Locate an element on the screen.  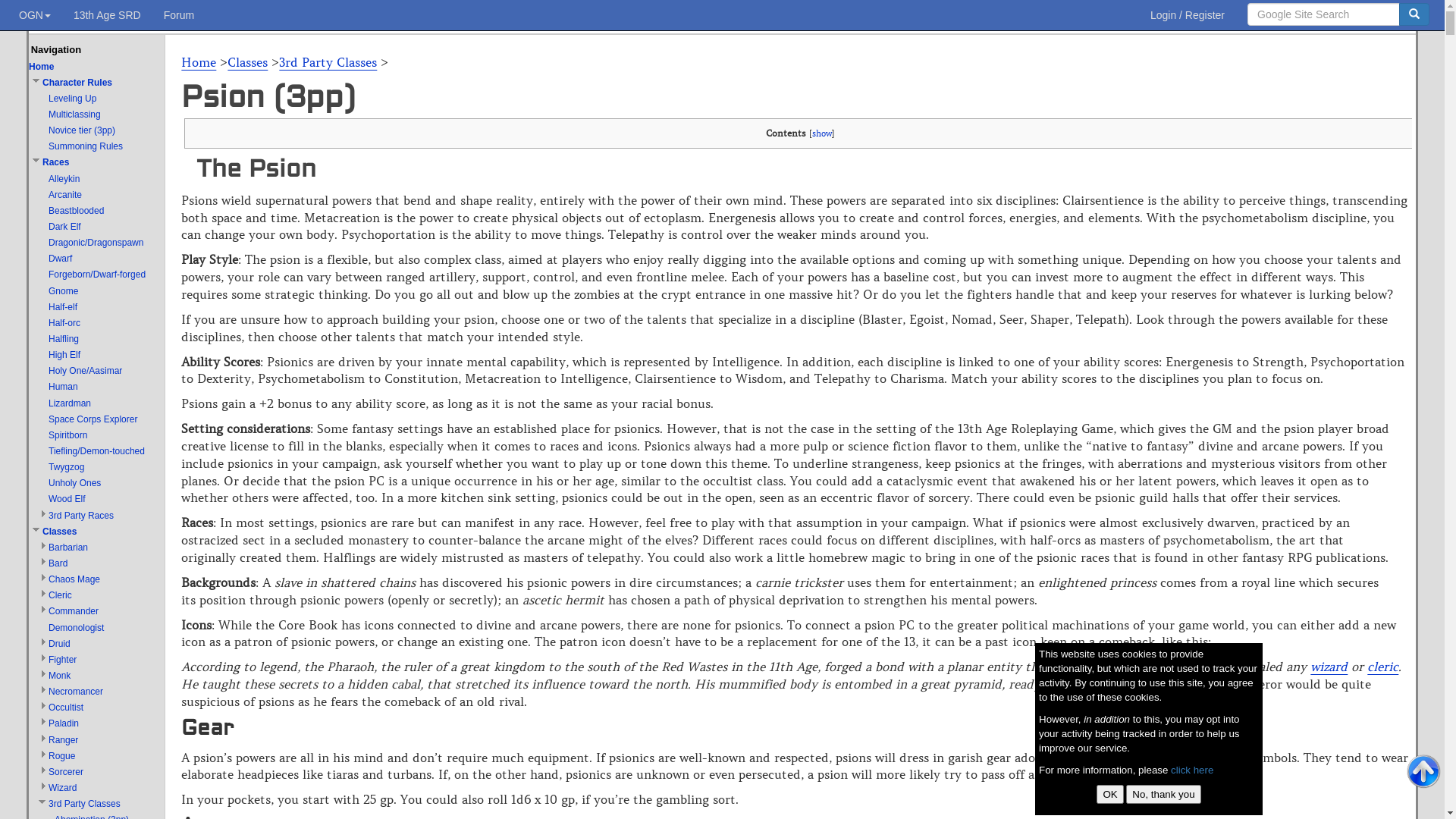
'Ranger' is located at coordinates (48, 739).